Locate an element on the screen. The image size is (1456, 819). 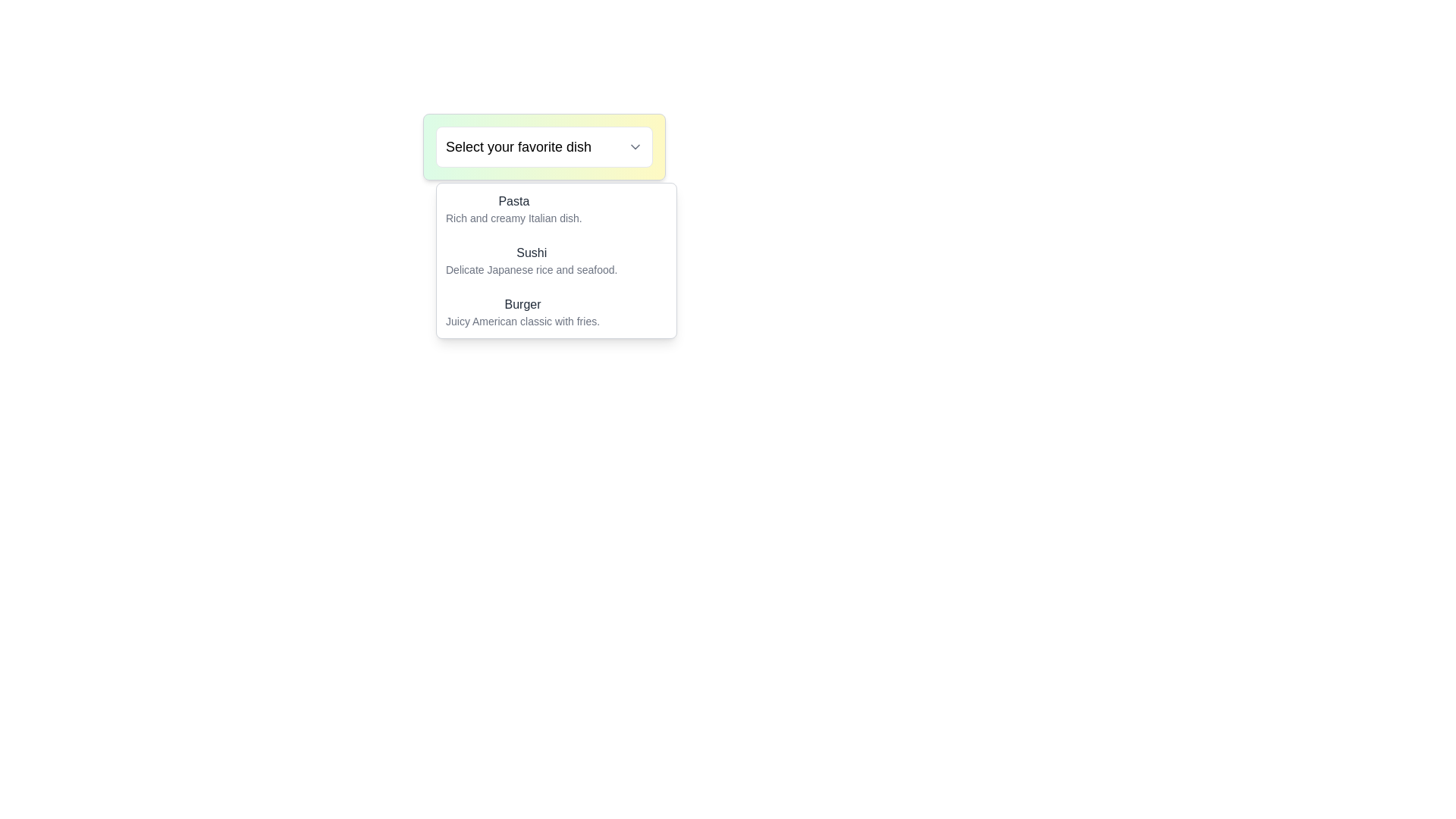
to select the second item in the dropdown list, which describes a sushi dish, located between 'Pasta - Rich and creamy Italian dish.' and 'Burger - Juicy American classic with fries.' is located at coordinates (556, 259).